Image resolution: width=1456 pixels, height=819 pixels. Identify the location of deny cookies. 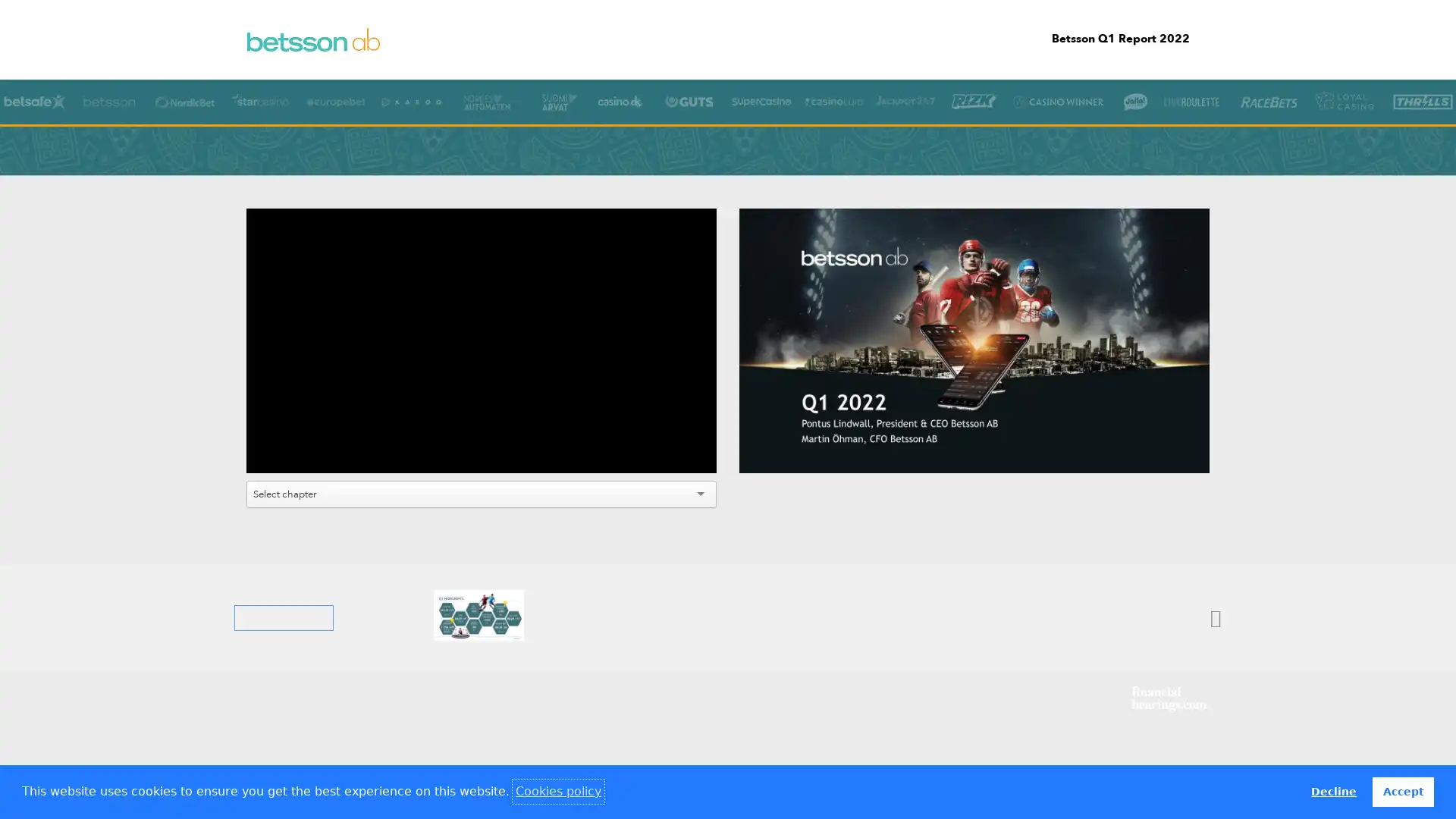
(1332, 791).